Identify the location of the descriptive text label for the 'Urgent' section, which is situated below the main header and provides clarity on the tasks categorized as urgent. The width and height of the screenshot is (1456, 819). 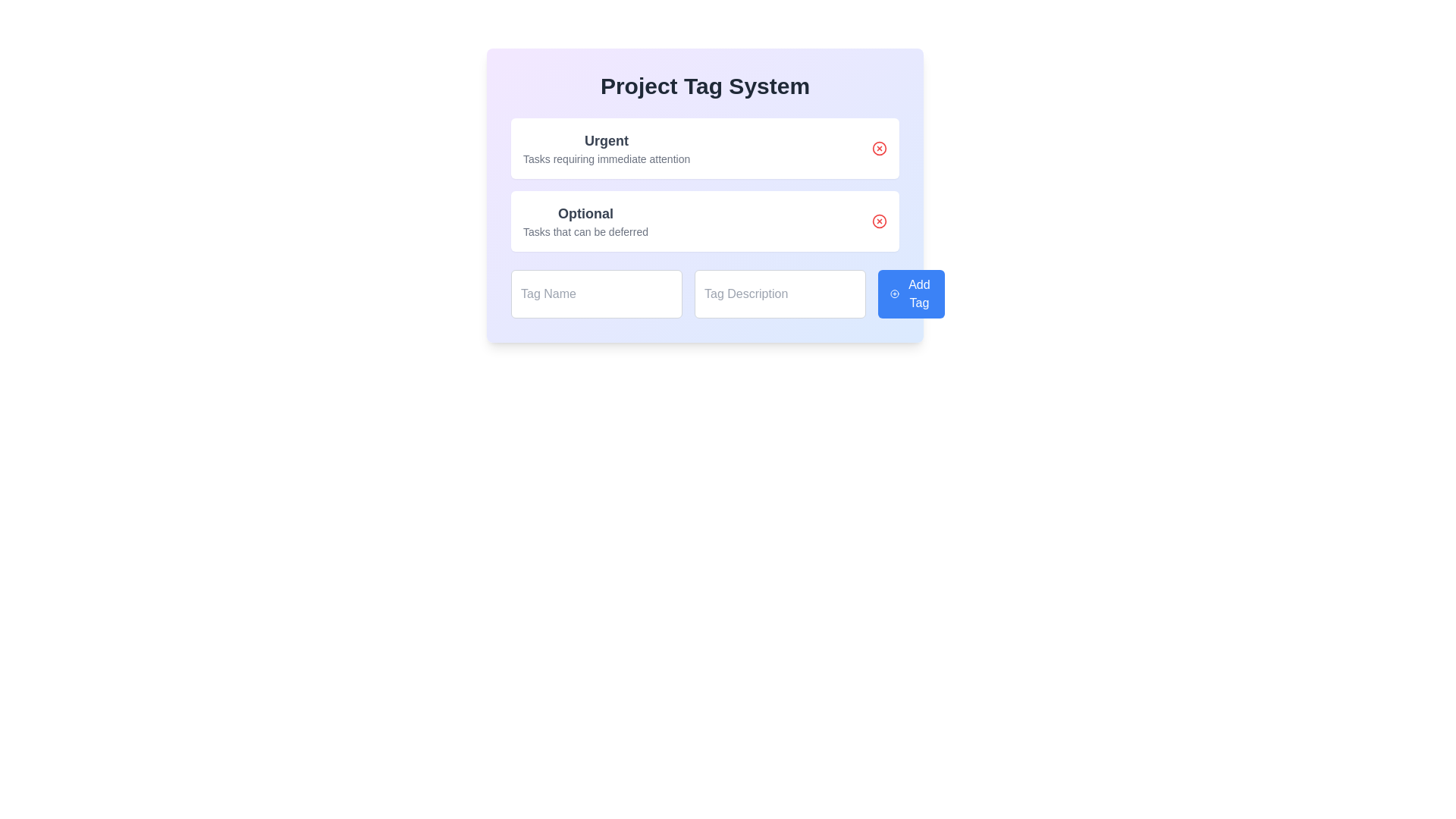
(607, 158).